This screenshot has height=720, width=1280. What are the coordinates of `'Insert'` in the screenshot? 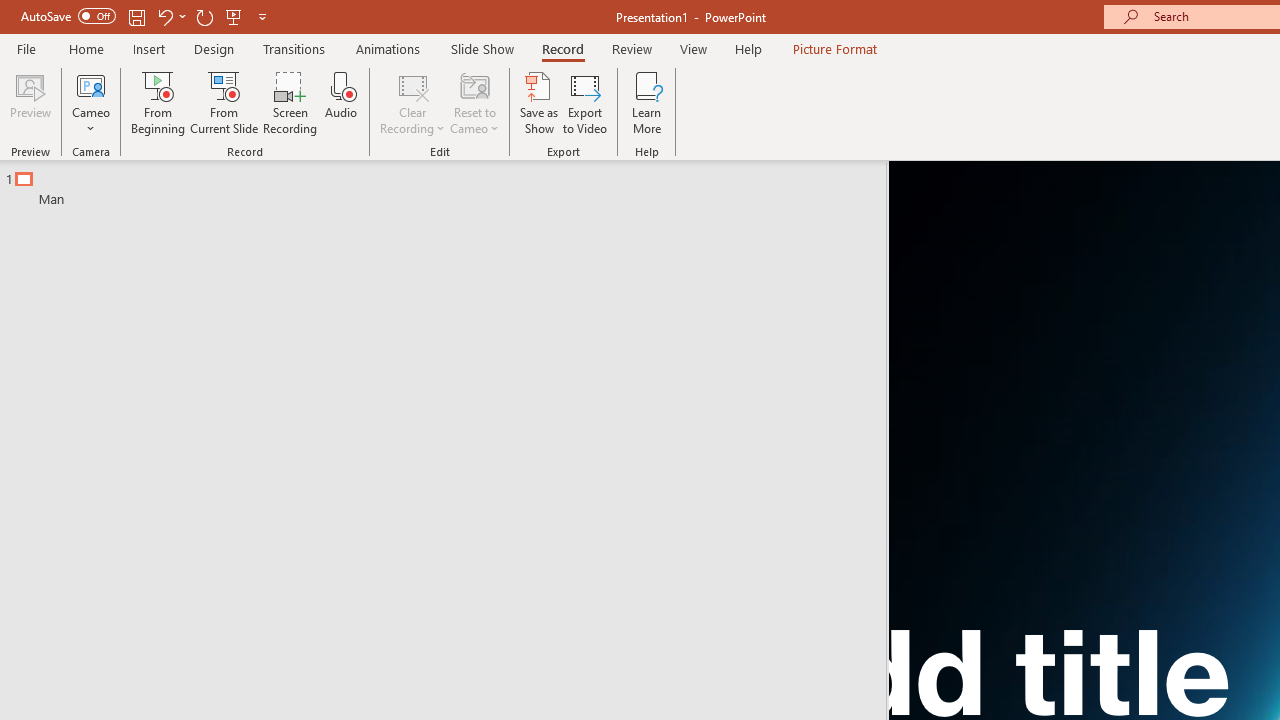 It's located at (148, 48).